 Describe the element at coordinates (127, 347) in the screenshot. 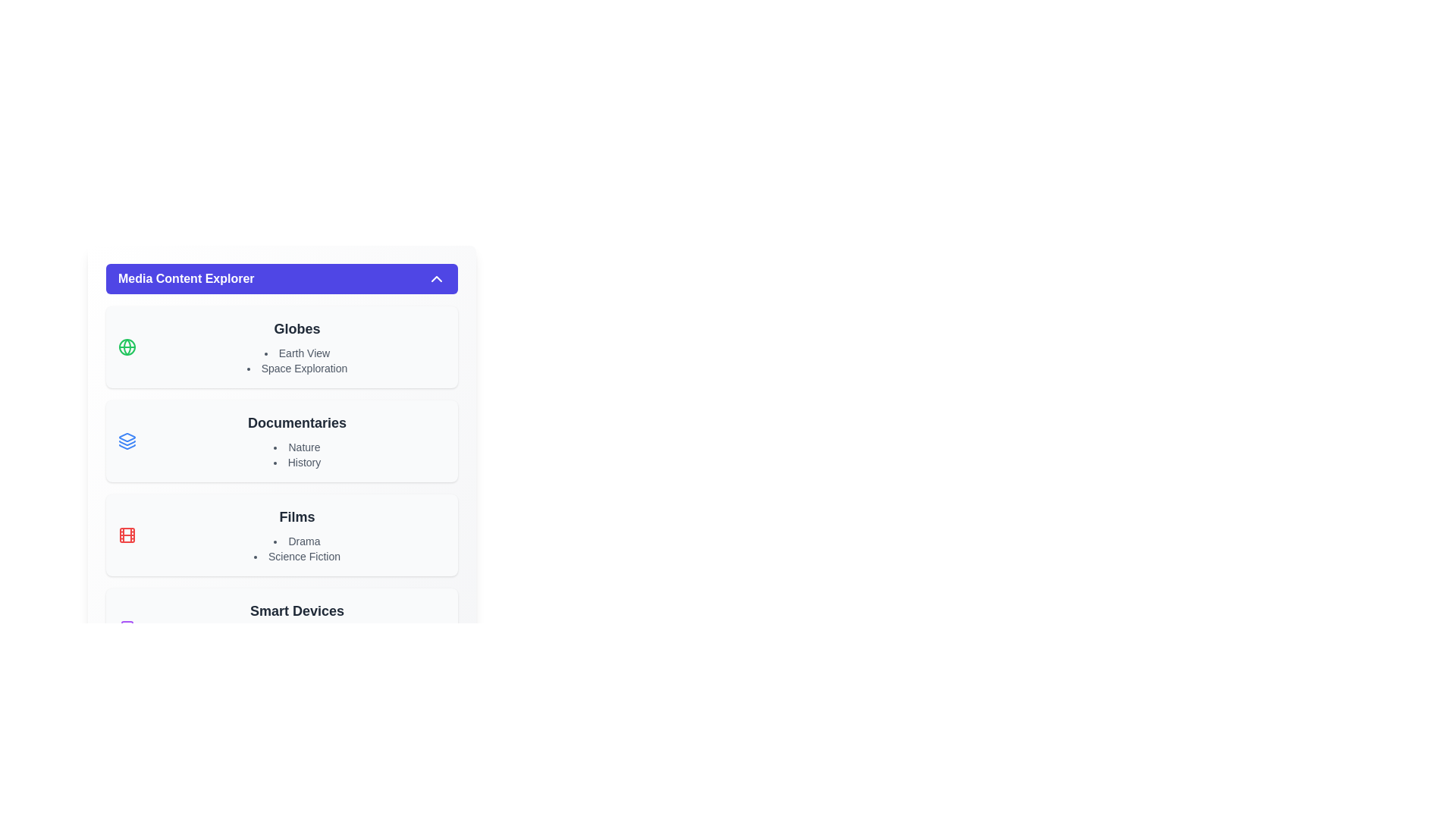

I see `the icon representing the 'Globes' section` at that location.